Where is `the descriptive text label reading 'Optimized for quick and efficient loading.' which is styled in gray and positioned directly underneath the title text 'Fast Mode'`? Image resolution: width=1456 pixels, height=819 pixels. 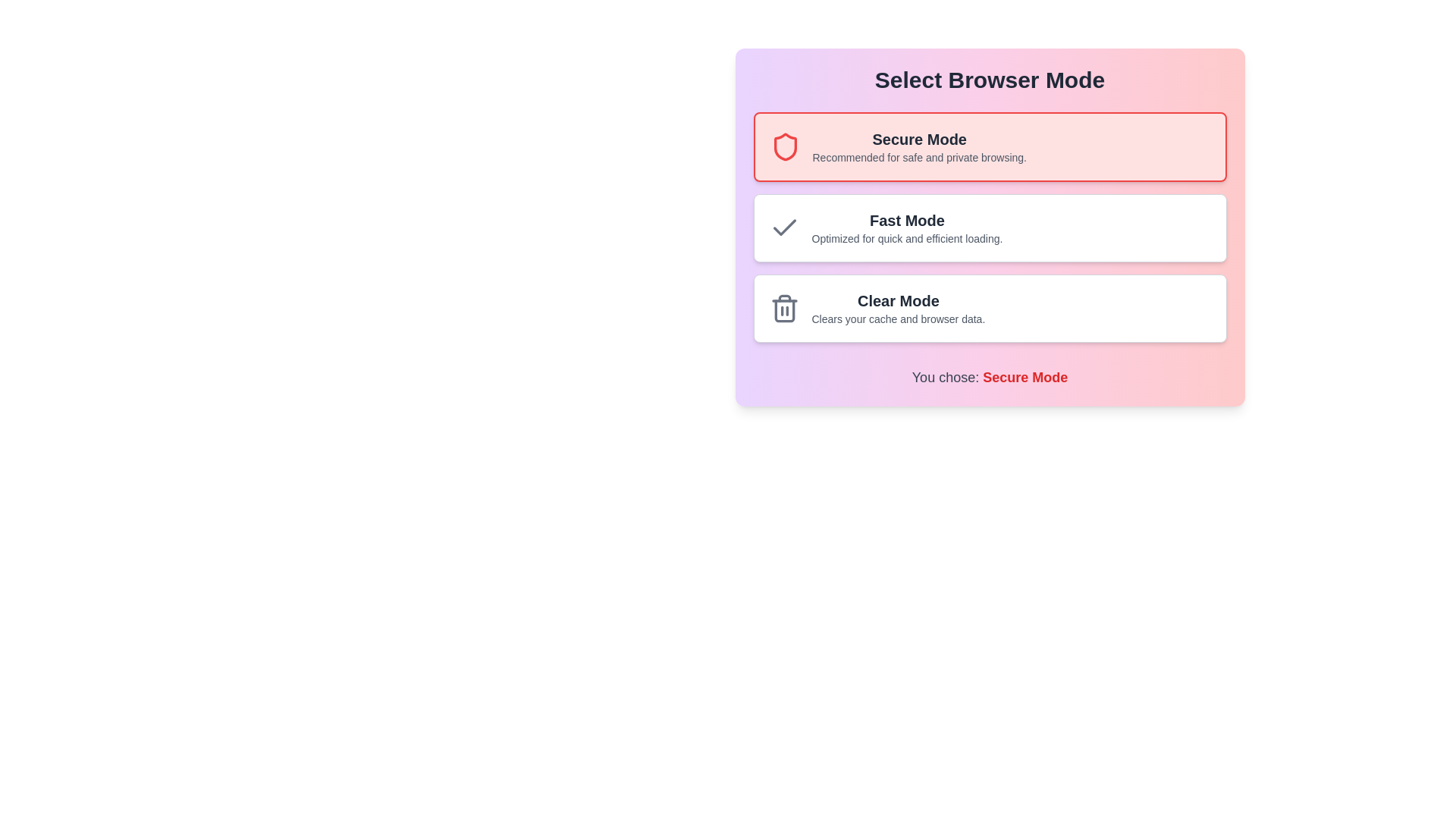
the descriptive text label reading 'Optimized for quick and efficient loading.' which is styled in gray and positioned directly underneath the title text 'Fast Mode' is located at coordinates (907, 239).